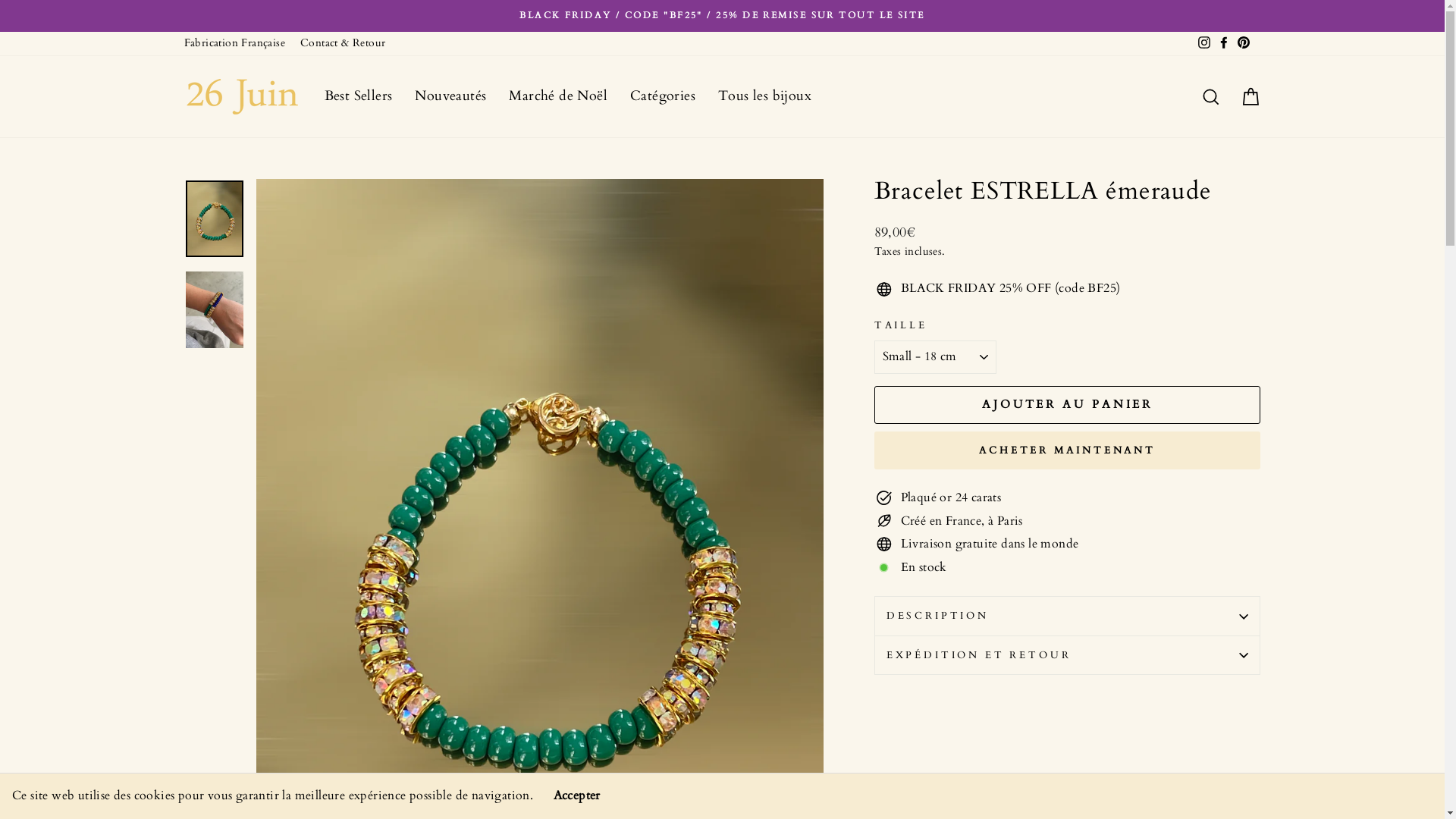 The height and width of the screenshot is (819, 1456). I want to click on 'Panier', so click(1249, 96).